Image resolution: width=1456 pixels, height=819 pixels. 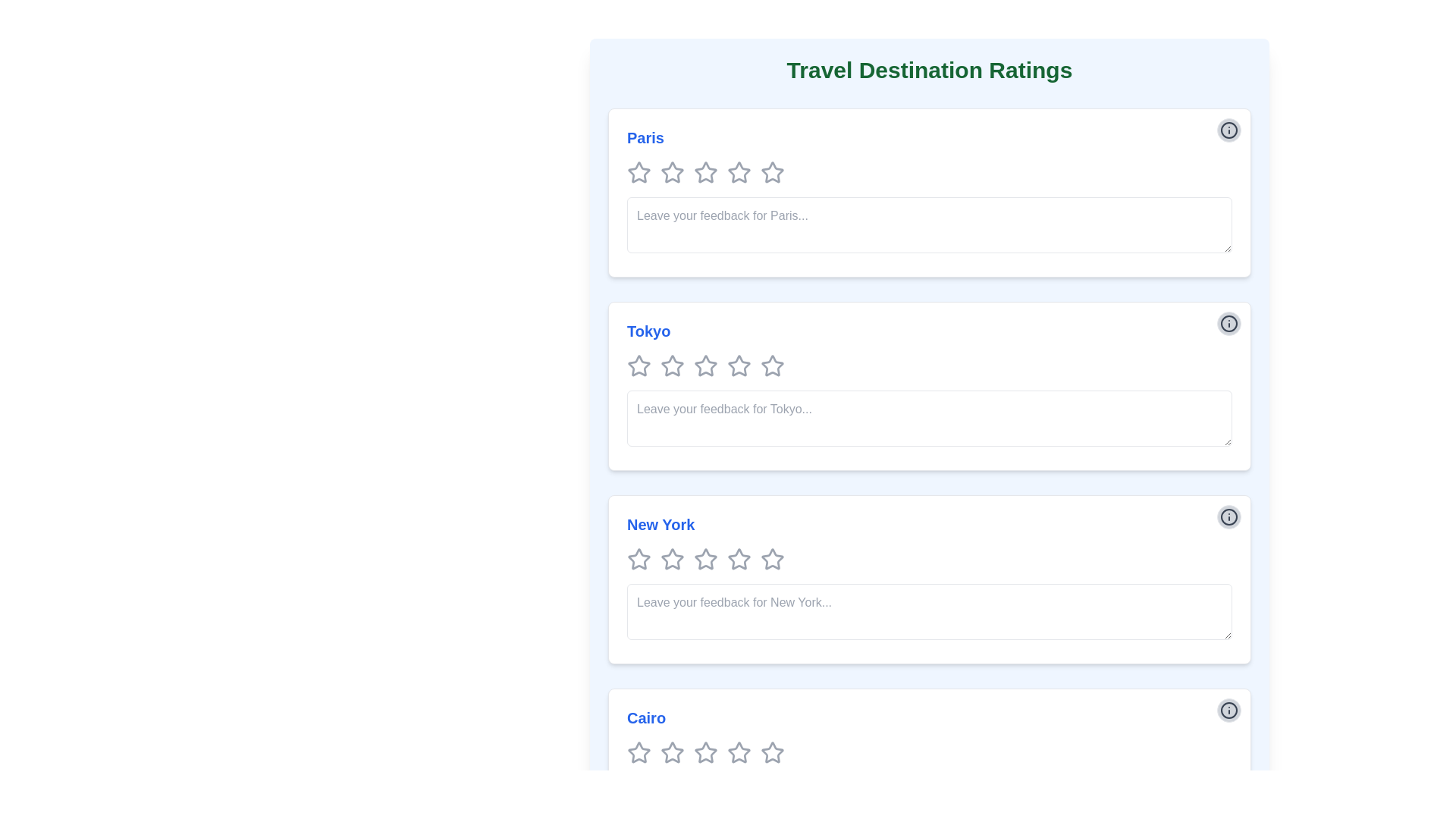 I want to click on the first star icon in the rating section for the 'Cairo' destination, so click(x=705, y=752).